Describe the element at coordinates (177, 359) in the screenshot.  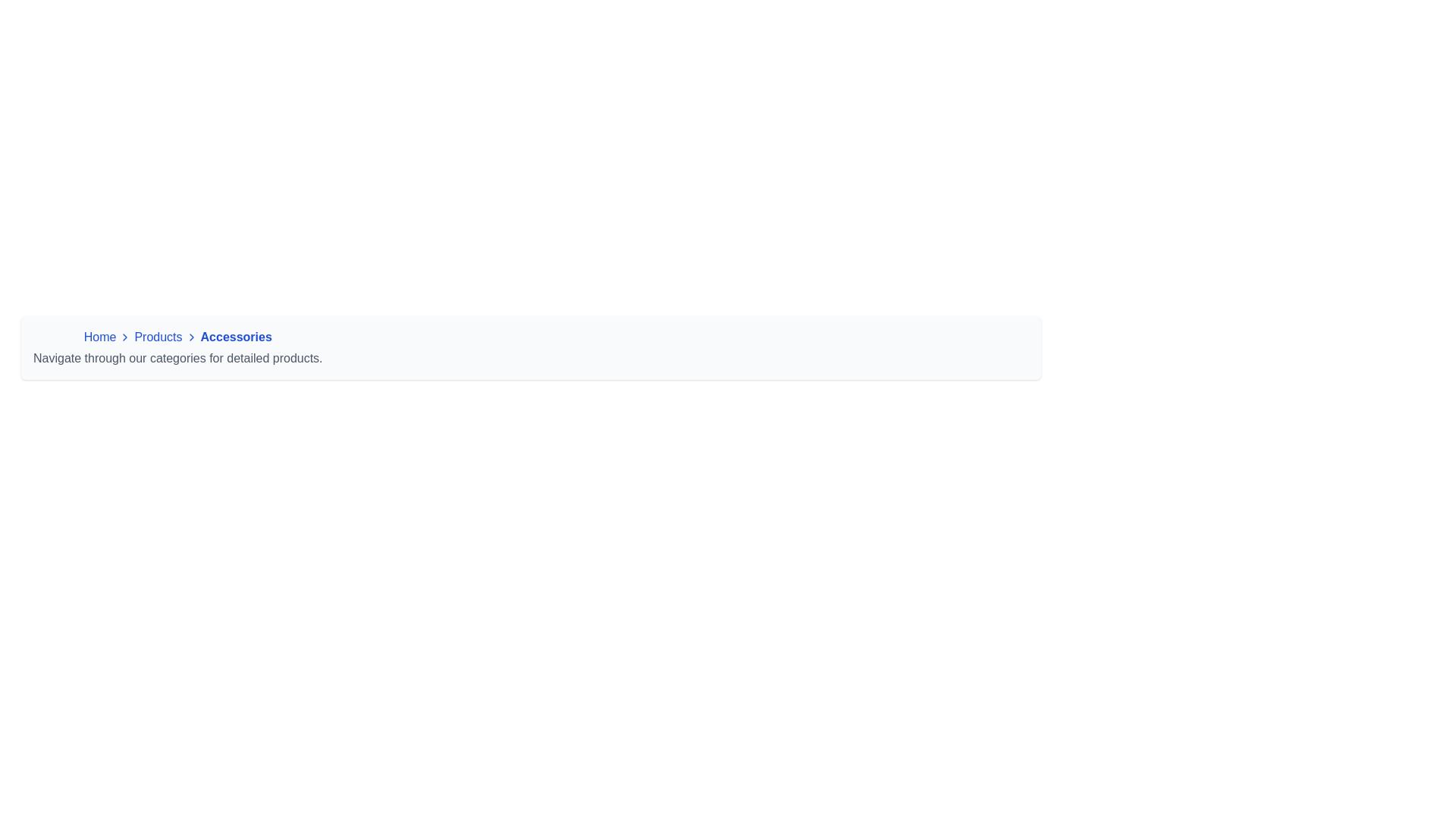
I see `the descriptive Label located beneath the breadcrumb navigation bar that spans its width, which guides users related to categories and products` at that location.